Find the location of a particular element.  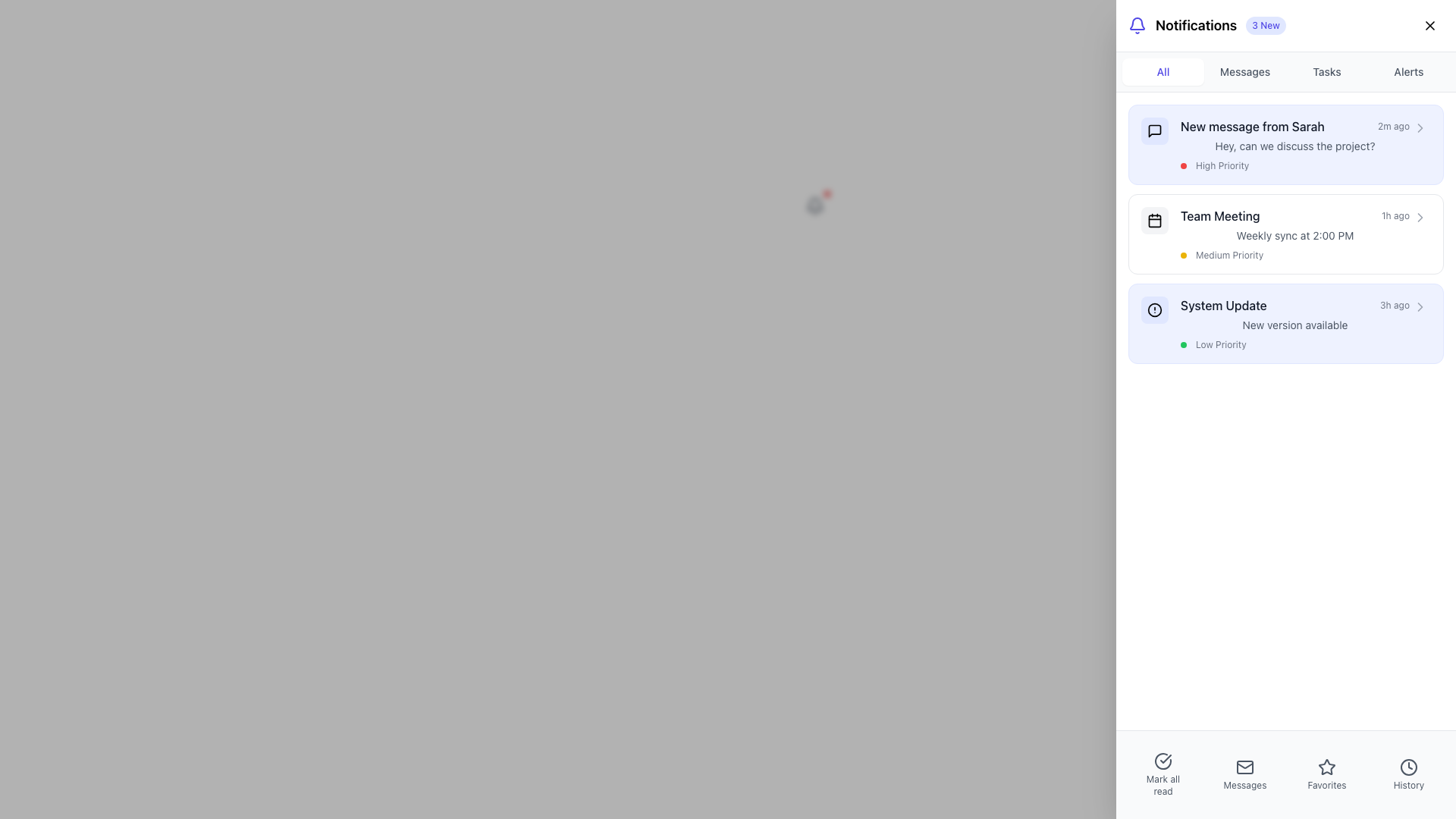

the small square speech bubble icon outlined with black strokes located in the first notification card, aligned with the title of the notification is located at coordinates (1153, 130).